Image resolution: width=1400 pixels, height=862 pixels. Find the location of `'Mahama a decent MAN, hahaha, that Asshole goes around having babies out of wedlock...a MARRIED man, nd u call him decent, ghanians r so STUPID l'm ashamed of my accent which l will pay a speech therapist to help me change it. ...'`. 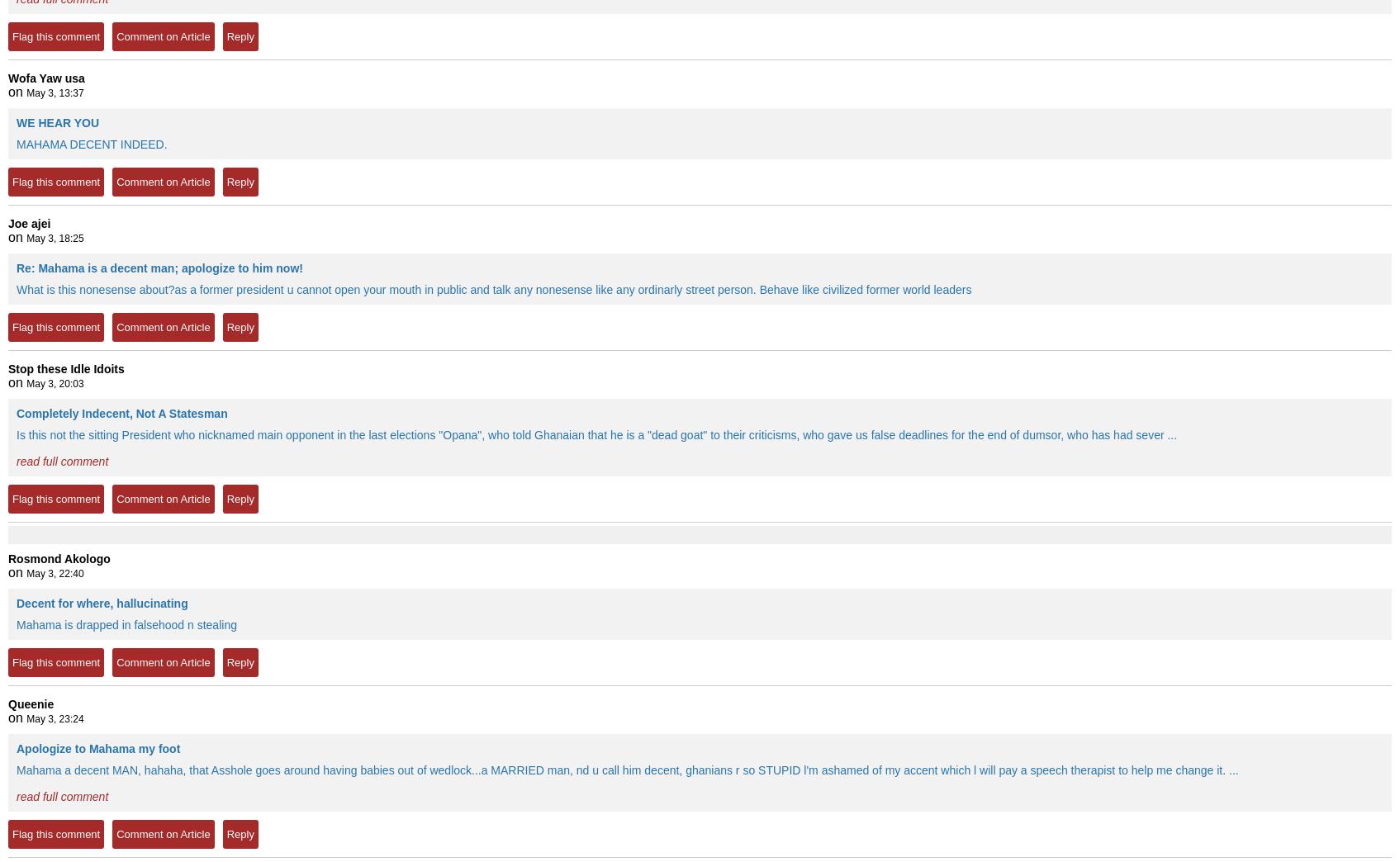

'Mahama a decent MAN, hahaha, that Asshole goes around having babies out of wedlock...a MARRIED man, nd u call him decent, ghanians r so STUPID l'm ashamed of my accent which l will pay a speech therapist to help me change it. ...' is located at coordinates (626, 770).